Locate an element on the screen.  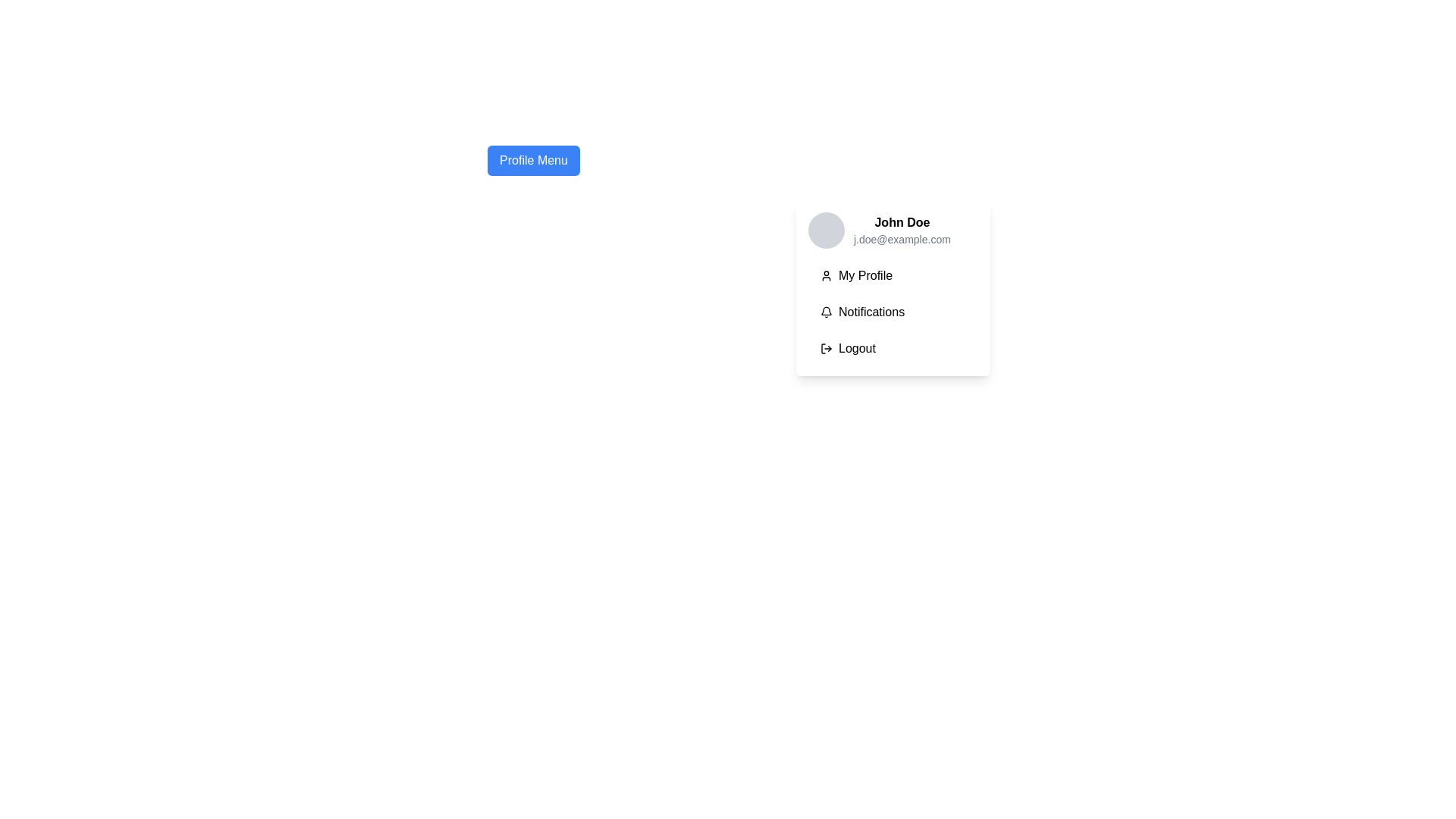
the 'Notifications' button, which features a black bell icon and is located directly beneath 'My Profile' in the dropdown menu is located at coordinates (893, 312).